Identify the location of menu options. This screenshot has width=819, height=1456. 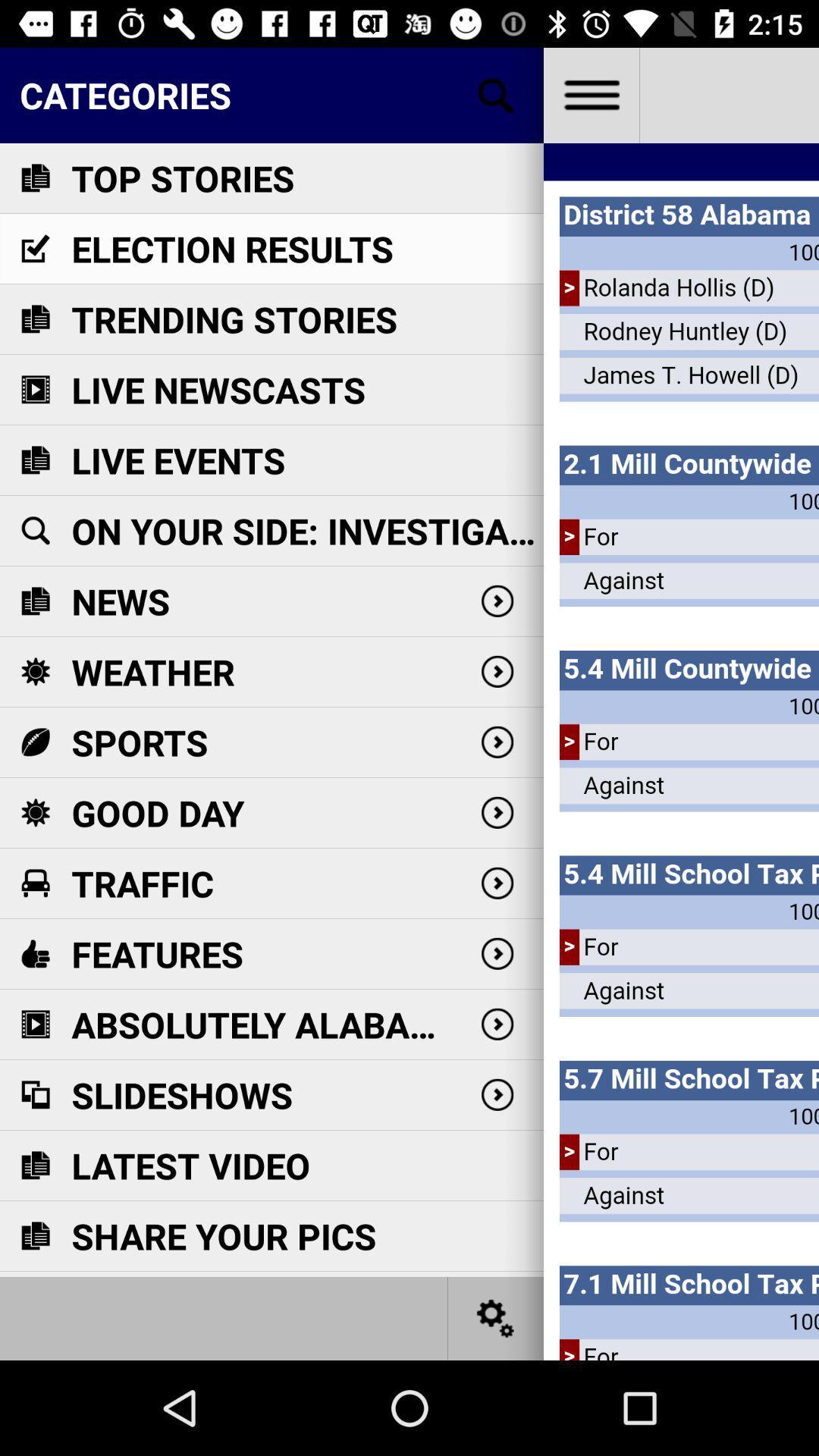
(590, 94).